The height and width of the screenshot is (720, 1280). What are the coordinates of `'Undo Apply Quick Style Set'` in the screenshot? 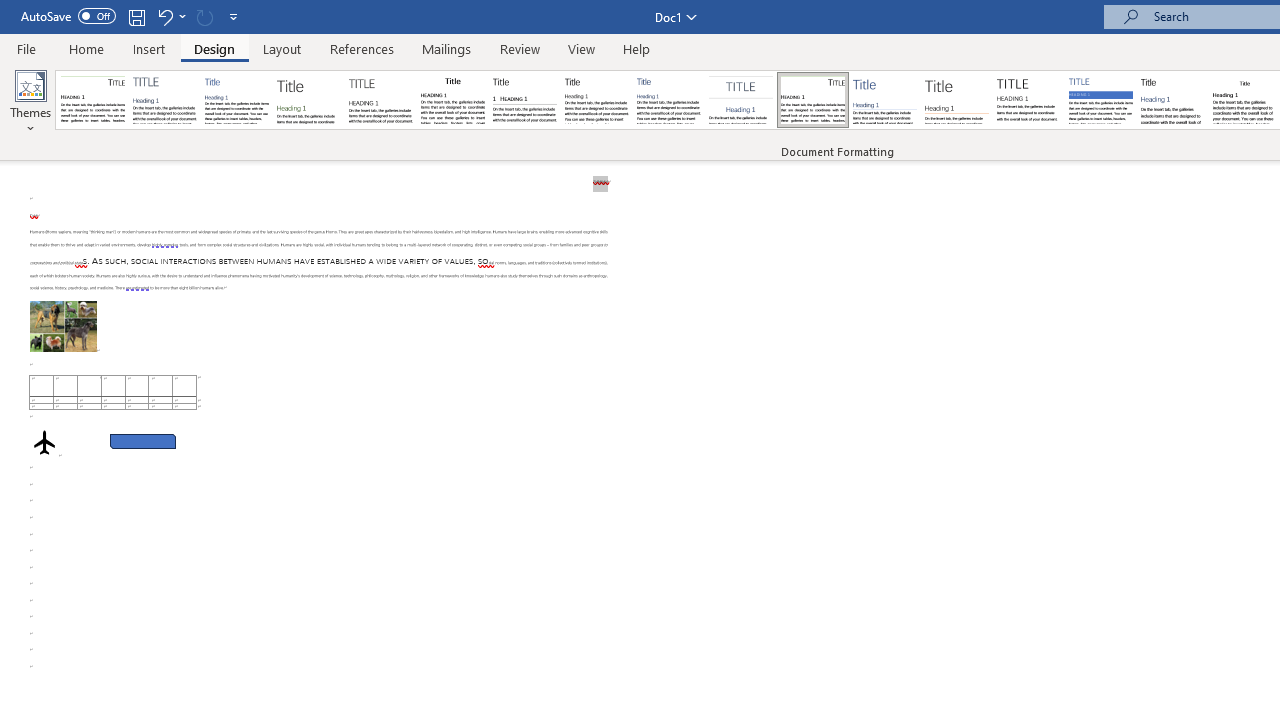 It's located at (164, 16).